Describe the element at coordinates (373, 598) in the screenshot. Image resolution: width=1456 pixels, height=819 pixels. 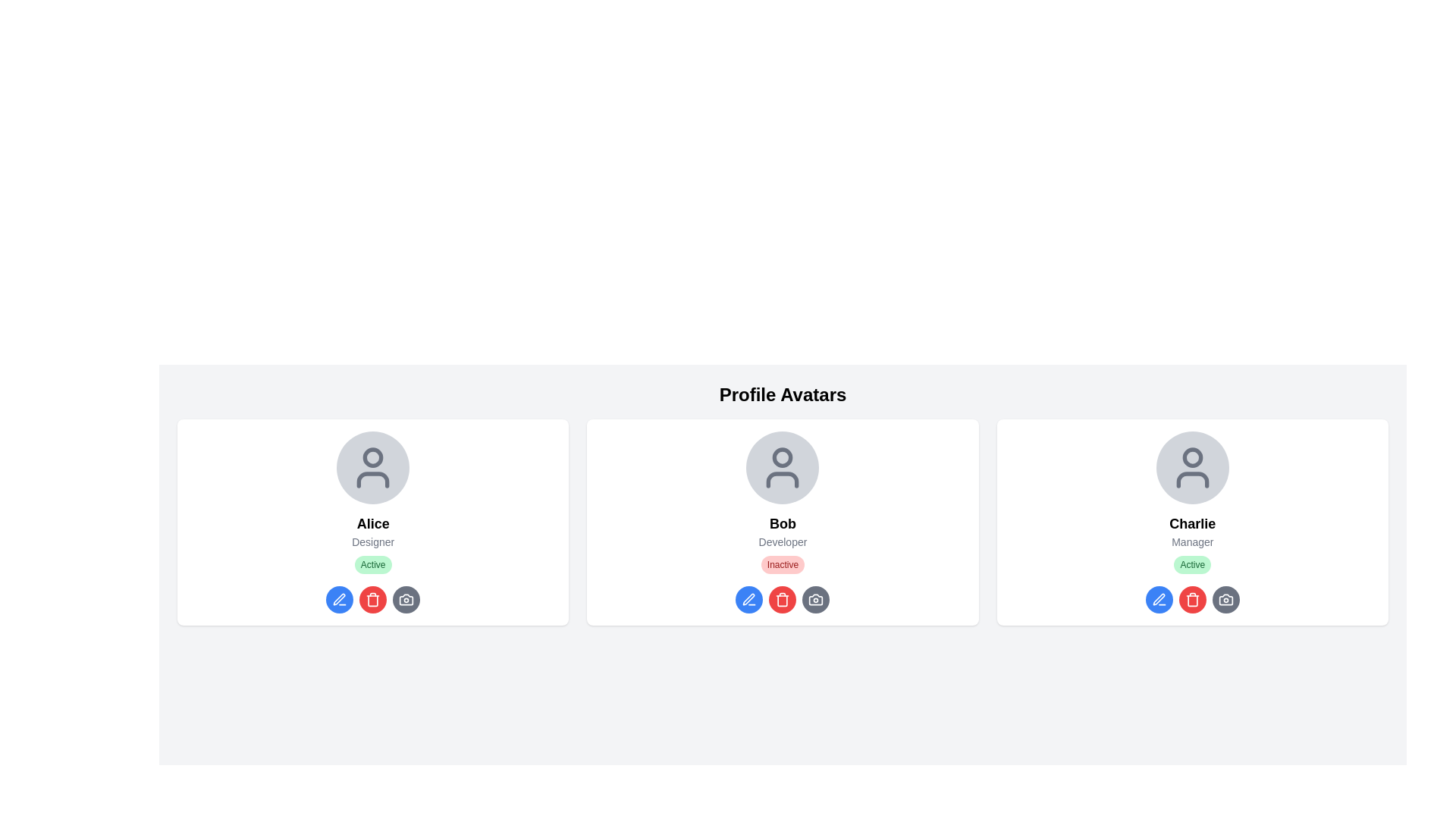
I see `the circular red button resembling a trash bin located at the bottom section of the profile card labeled 'Alice'` at that location.